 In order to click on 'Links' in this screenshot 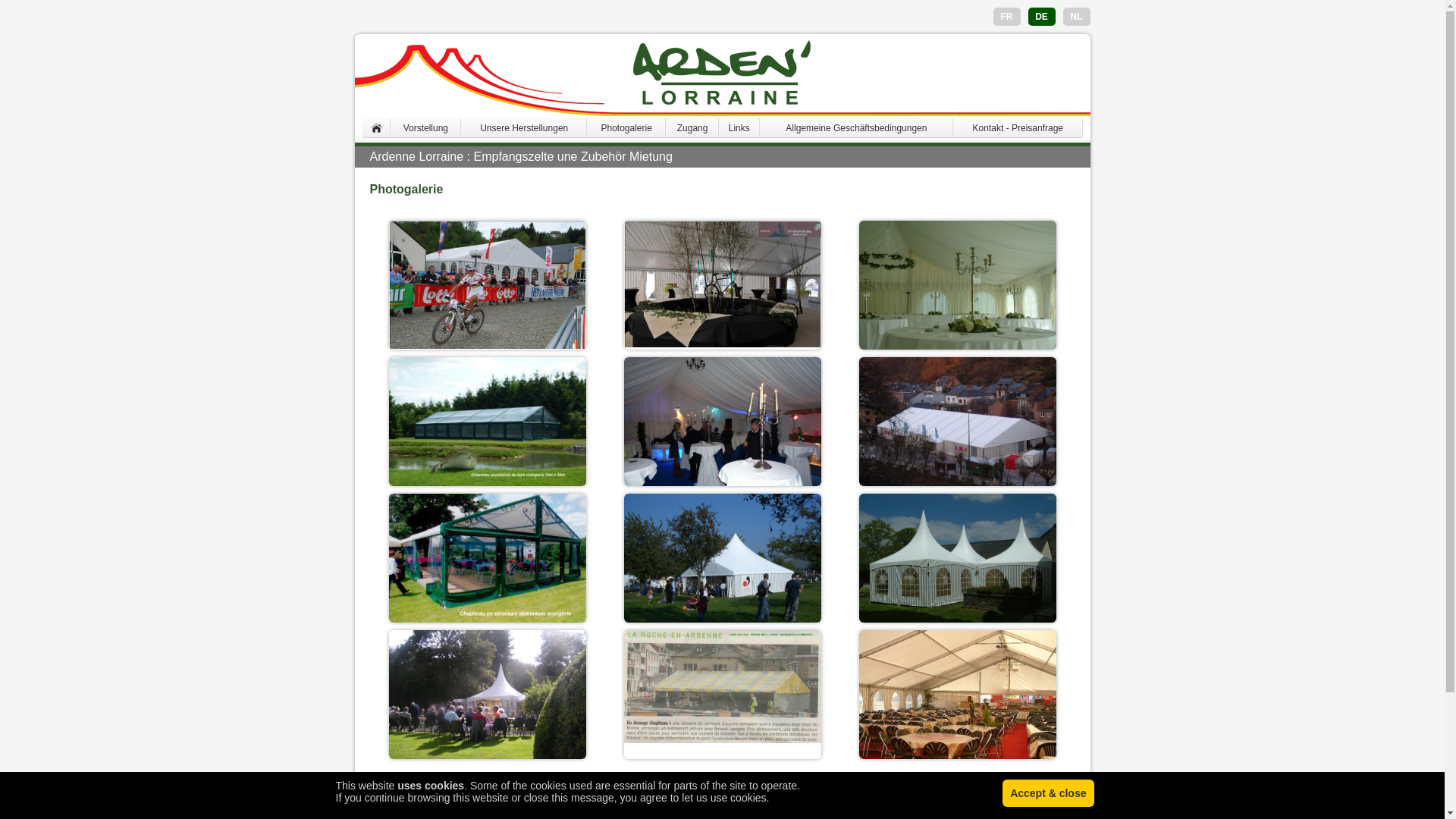, I will do `click(739, 127)`.